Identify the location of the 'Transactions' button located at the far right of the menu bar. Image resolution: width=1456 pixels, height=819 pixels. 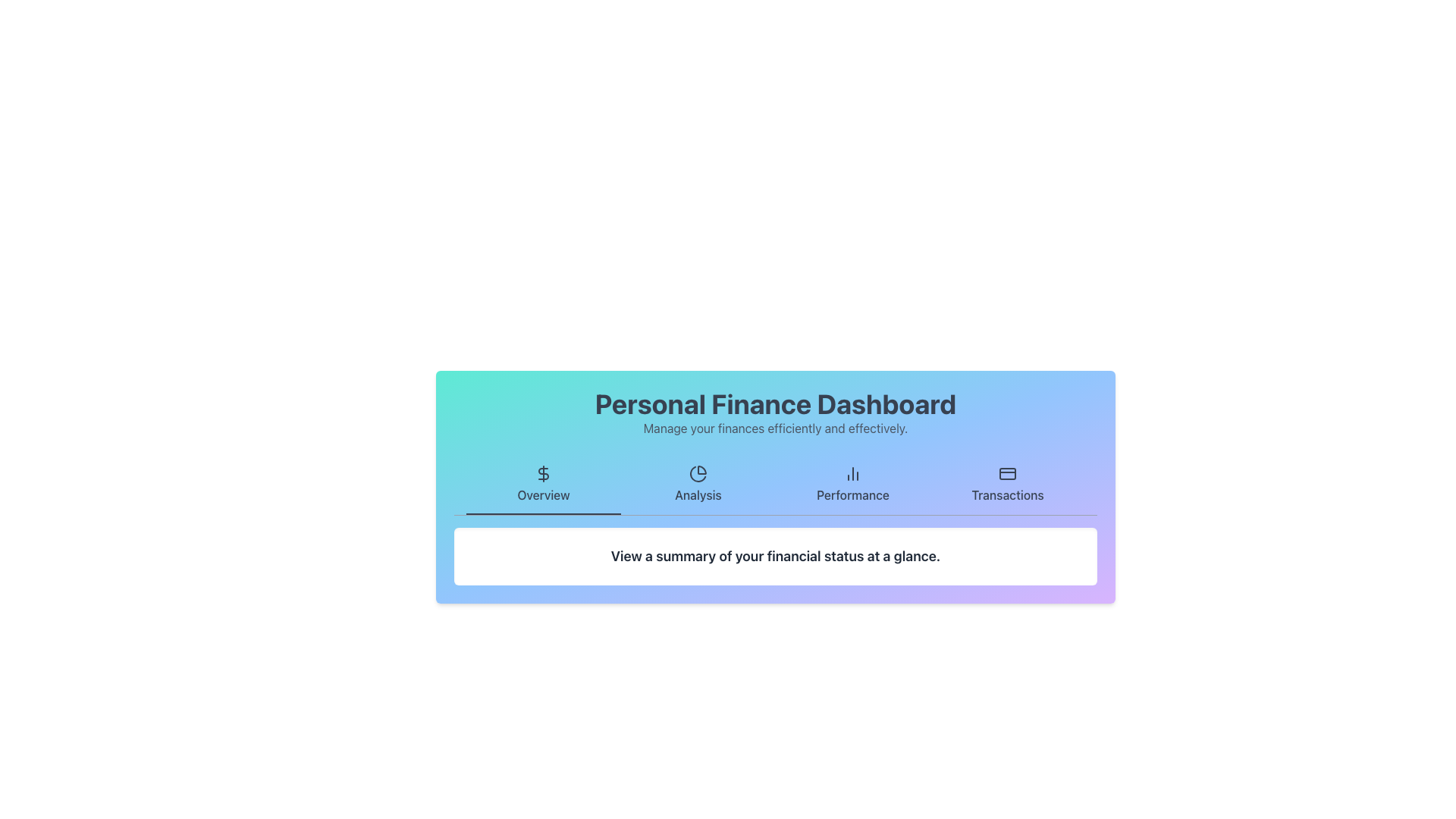
(1008, 485).